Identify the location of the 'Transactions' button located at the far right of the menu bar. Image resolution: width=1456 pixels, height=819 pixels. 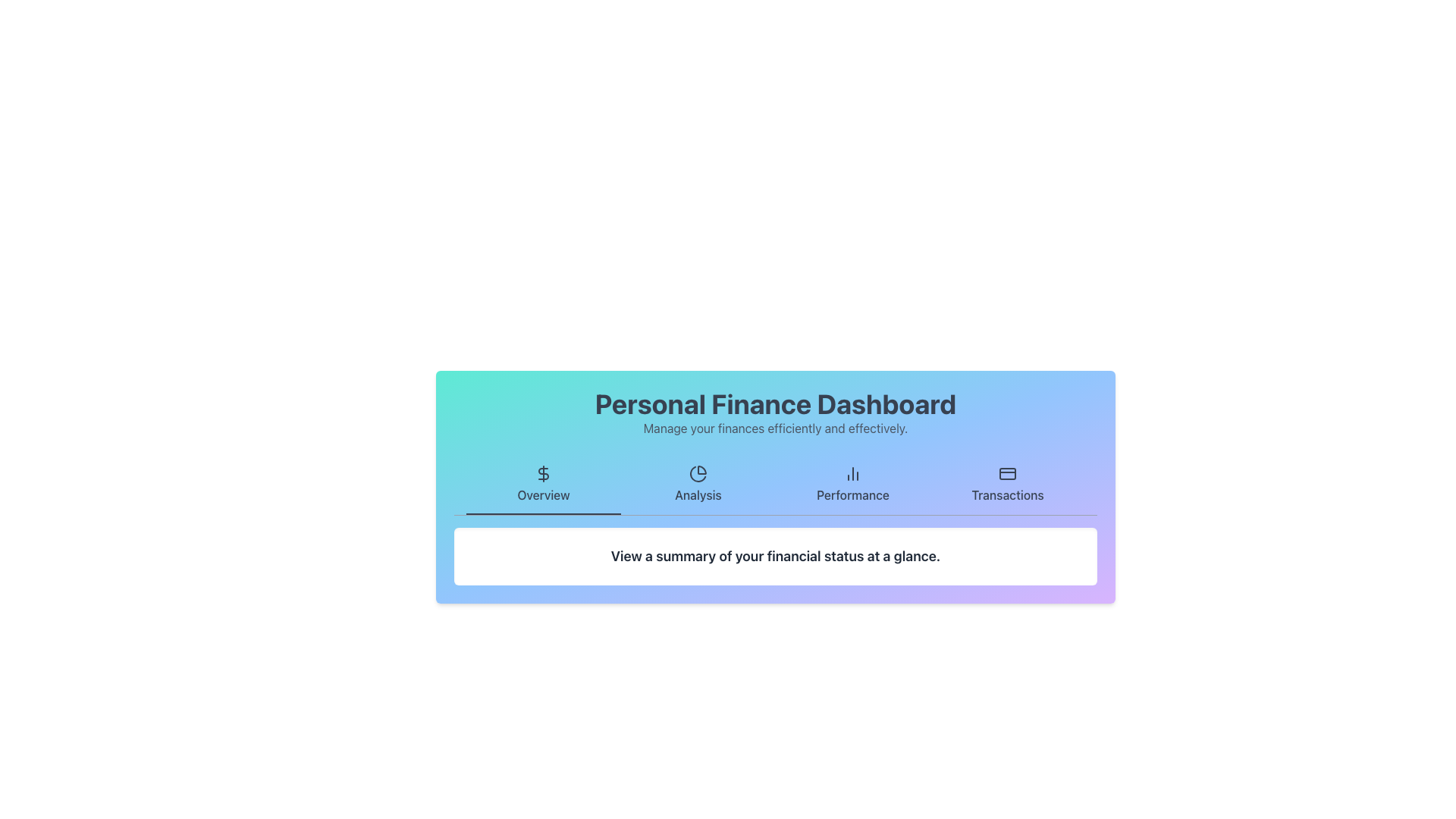
(1008, 485).